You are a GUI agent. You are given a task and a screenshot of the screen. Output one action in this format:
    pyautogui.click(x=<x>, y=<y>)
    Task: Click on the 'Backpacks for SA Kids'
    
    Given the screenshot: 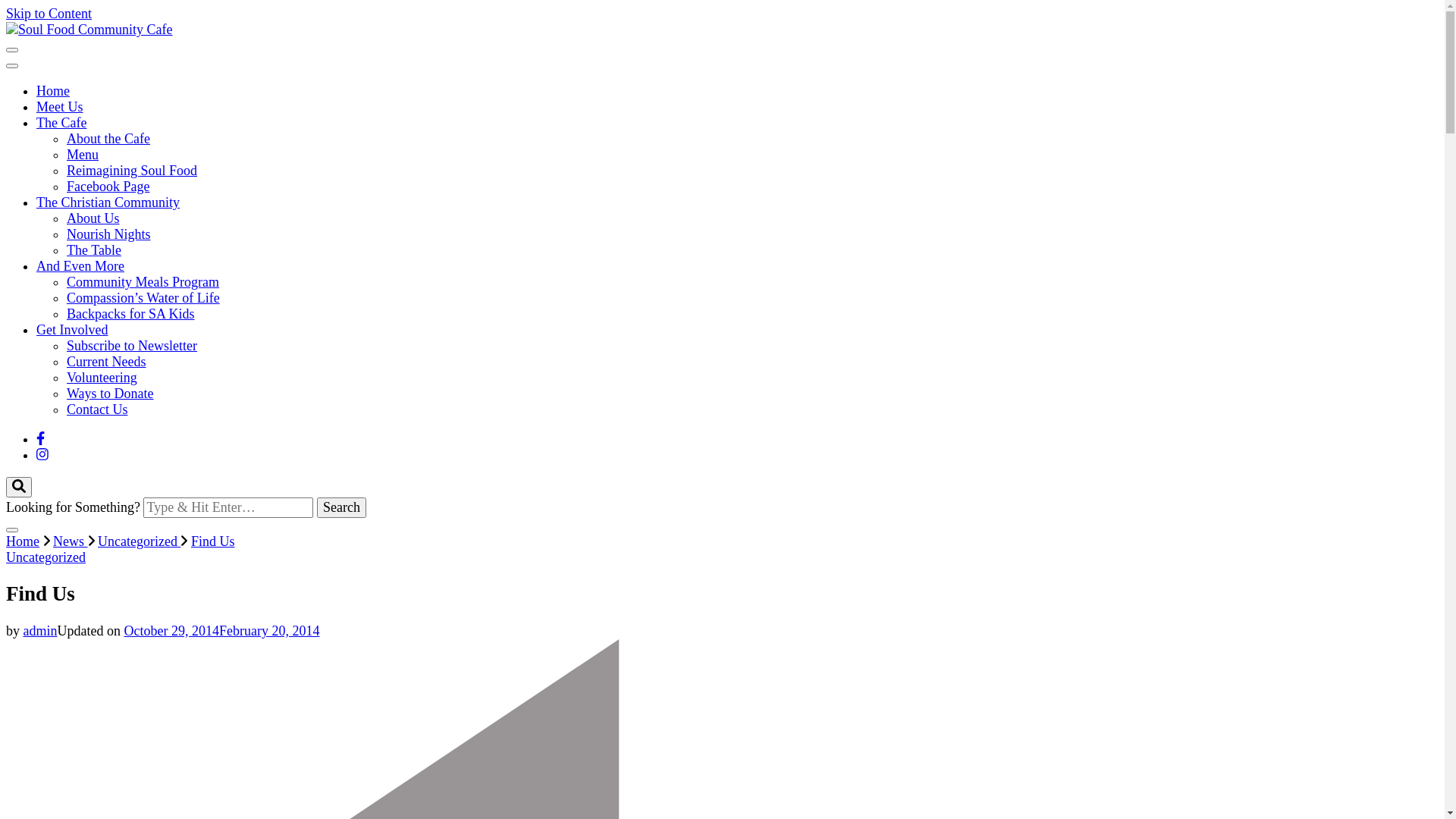 What is the action you would take?
    pyautogui.click(x=130, y=312)
    